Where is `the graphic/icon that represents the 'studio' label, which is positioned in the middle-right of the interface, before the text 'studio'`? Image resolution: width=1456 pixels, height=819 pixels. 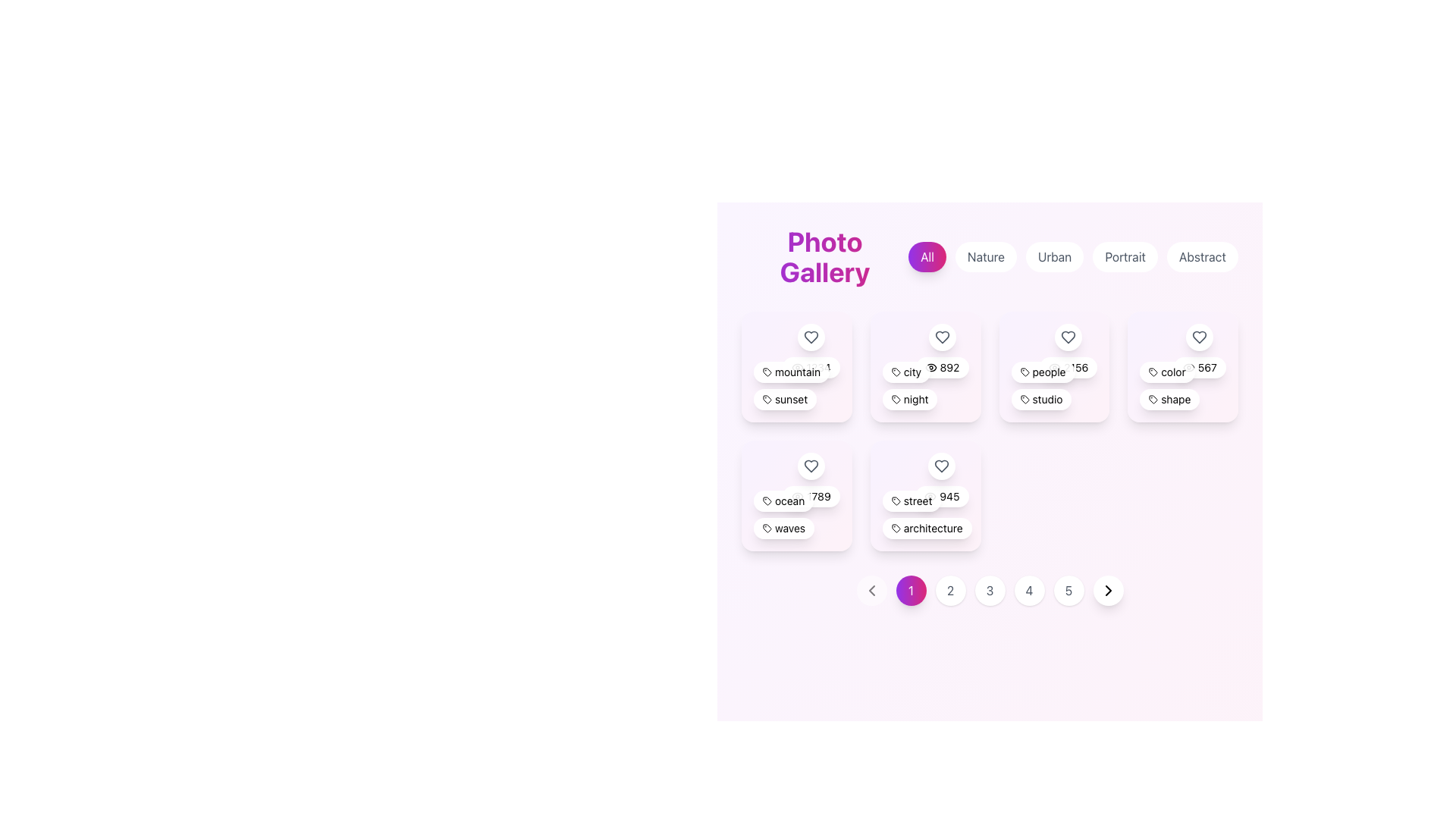 the graphic/icon that represents the 'studio' label, which is positioned in the middle-right of the interface, before the text 'studio' is located at coordinates (1025, 398).